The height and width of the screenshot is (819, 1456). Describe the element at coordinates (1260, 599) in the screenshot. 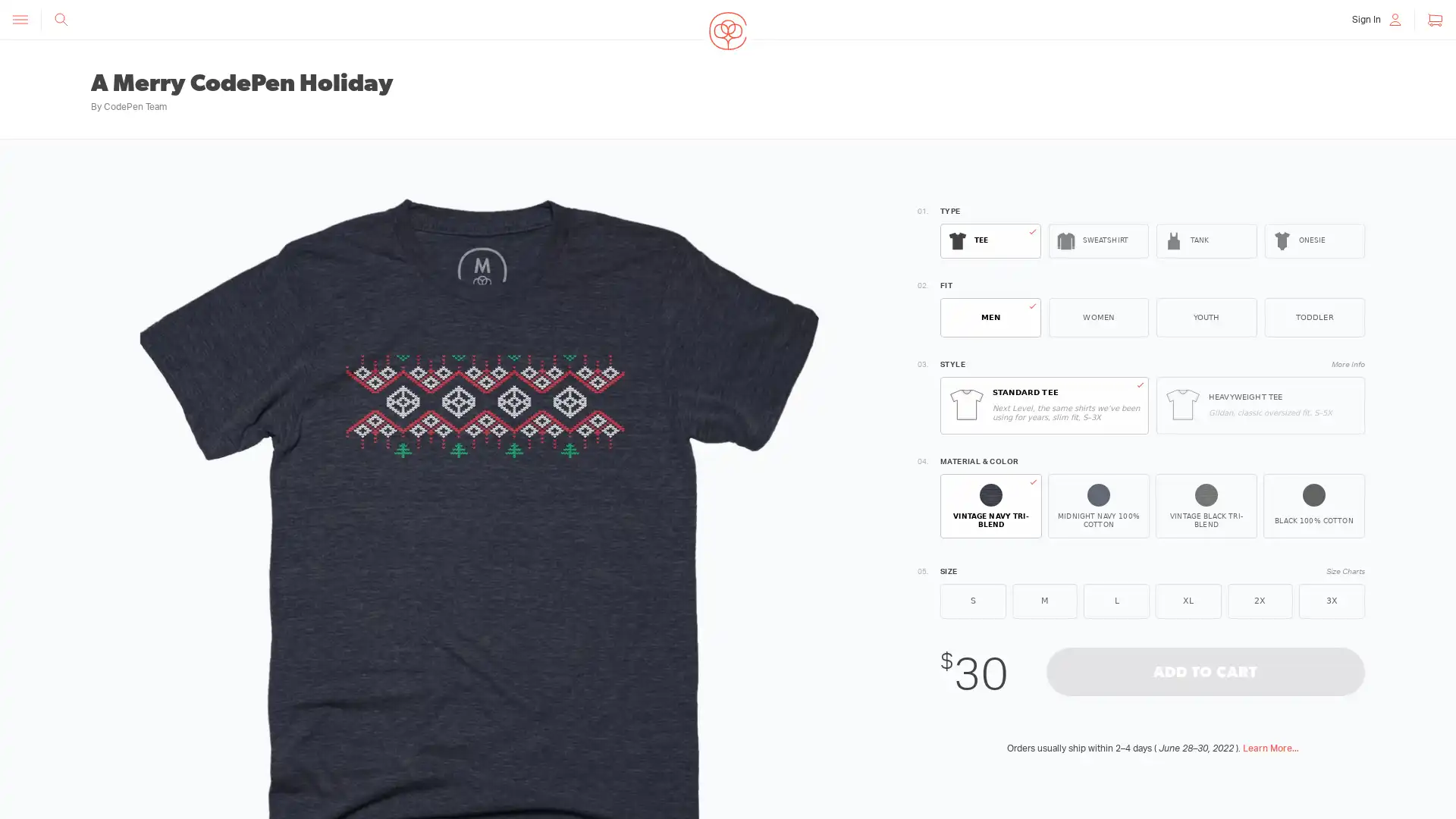

I see `2X` at that location.